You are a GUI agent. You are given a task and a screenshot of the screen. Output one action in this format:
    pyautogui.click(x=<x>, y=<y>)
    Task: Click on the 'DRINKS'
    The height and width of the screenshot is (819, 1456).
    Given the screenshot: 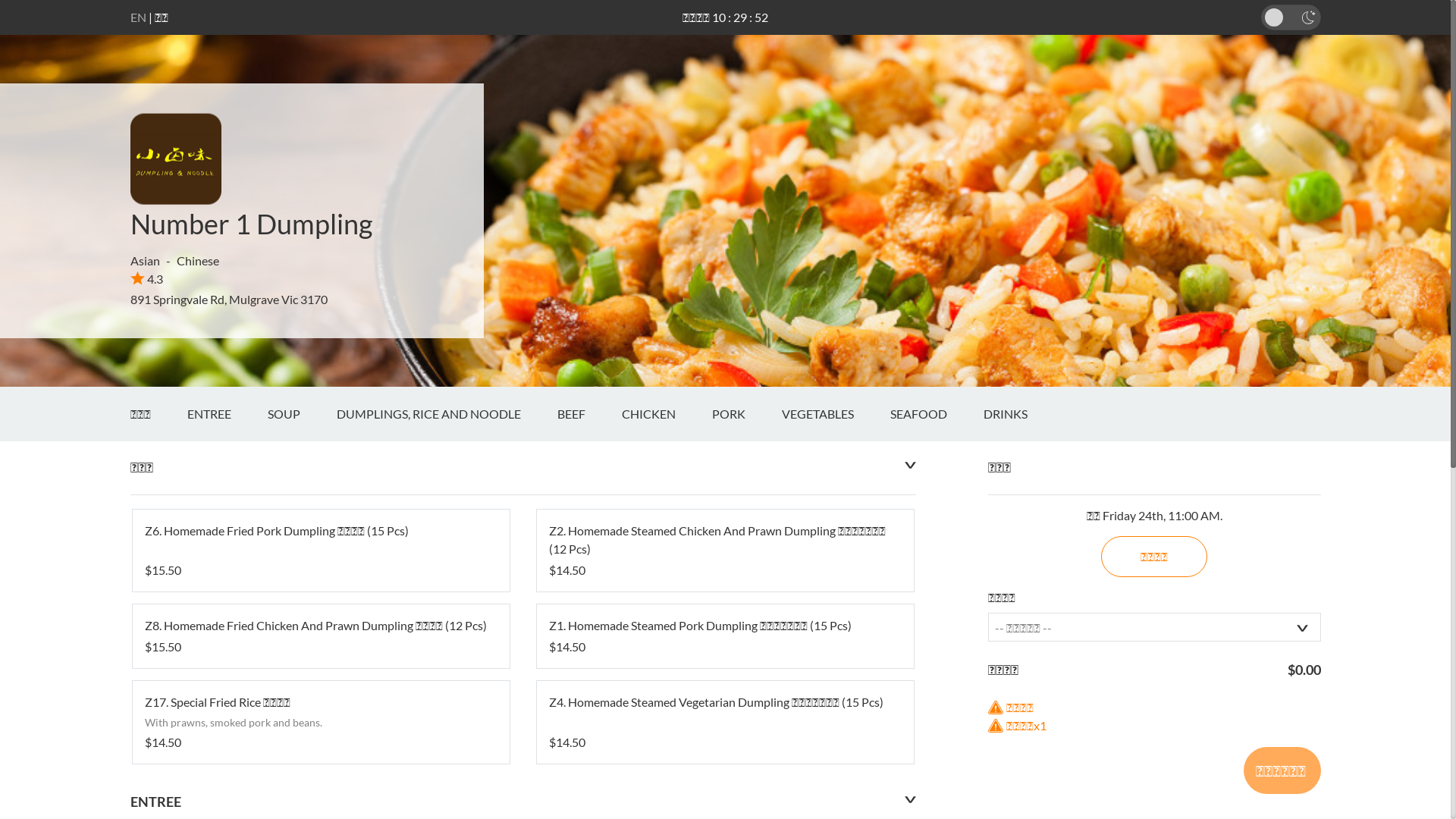 What is the action you would take?
    pyautogui.click(x=1022, y=414)
    